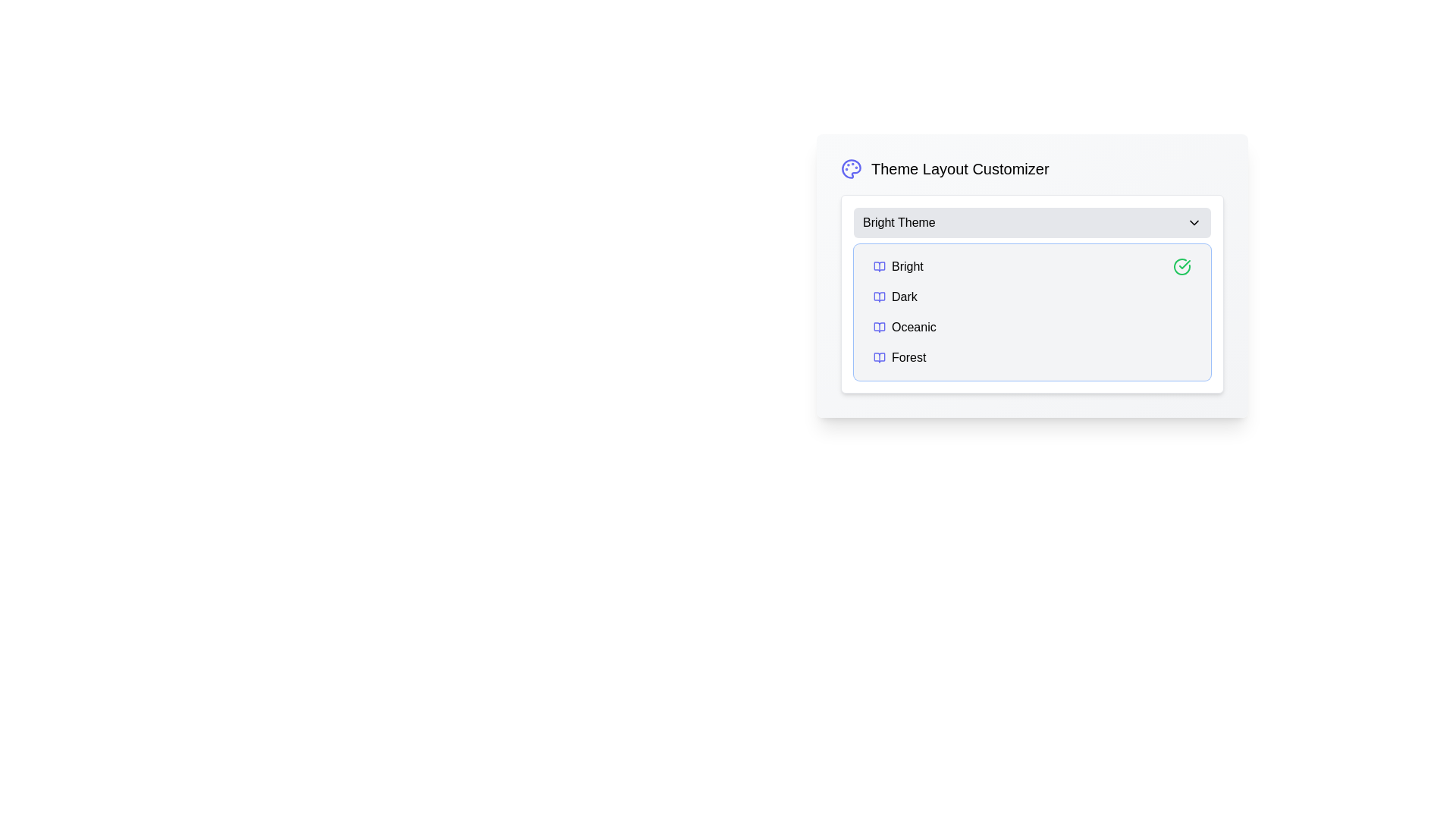 This screenshot has height=819, width=1456. Describe the element at coordinates (880, 357) in the screenshot. I see `the open book icon associated with the 'Forest' theme option in the theme layout customizer` at that location.